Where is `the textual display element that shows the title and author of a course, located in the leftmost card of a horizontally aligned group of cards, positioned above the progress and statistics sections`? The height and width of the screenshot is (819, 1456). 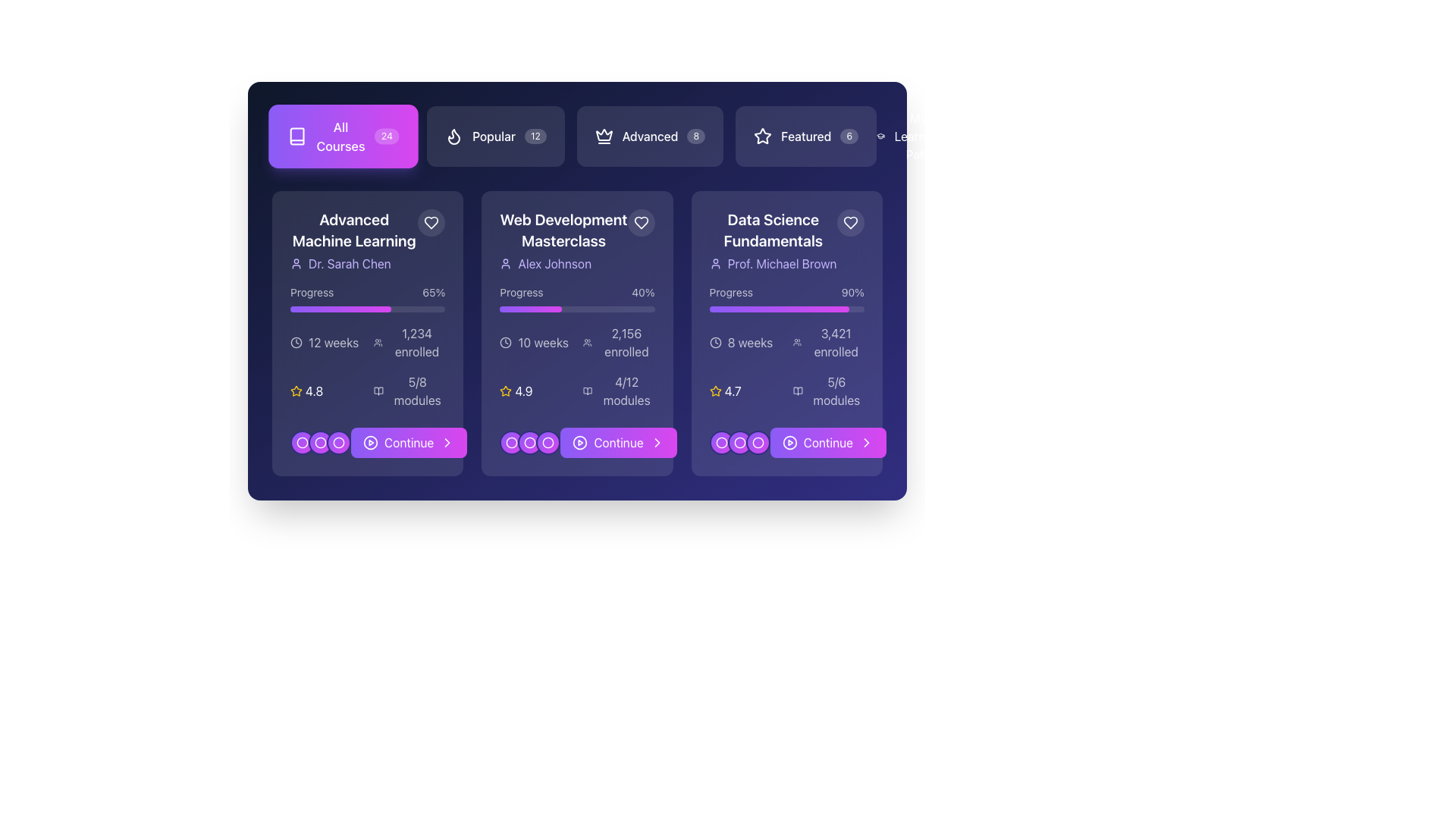
the textual display element that shows the title and author of a course, located in the leftmost card of a horizontally aligned group of cards, positioned above the progress and statistics sections is located at coordinates (353, 240).